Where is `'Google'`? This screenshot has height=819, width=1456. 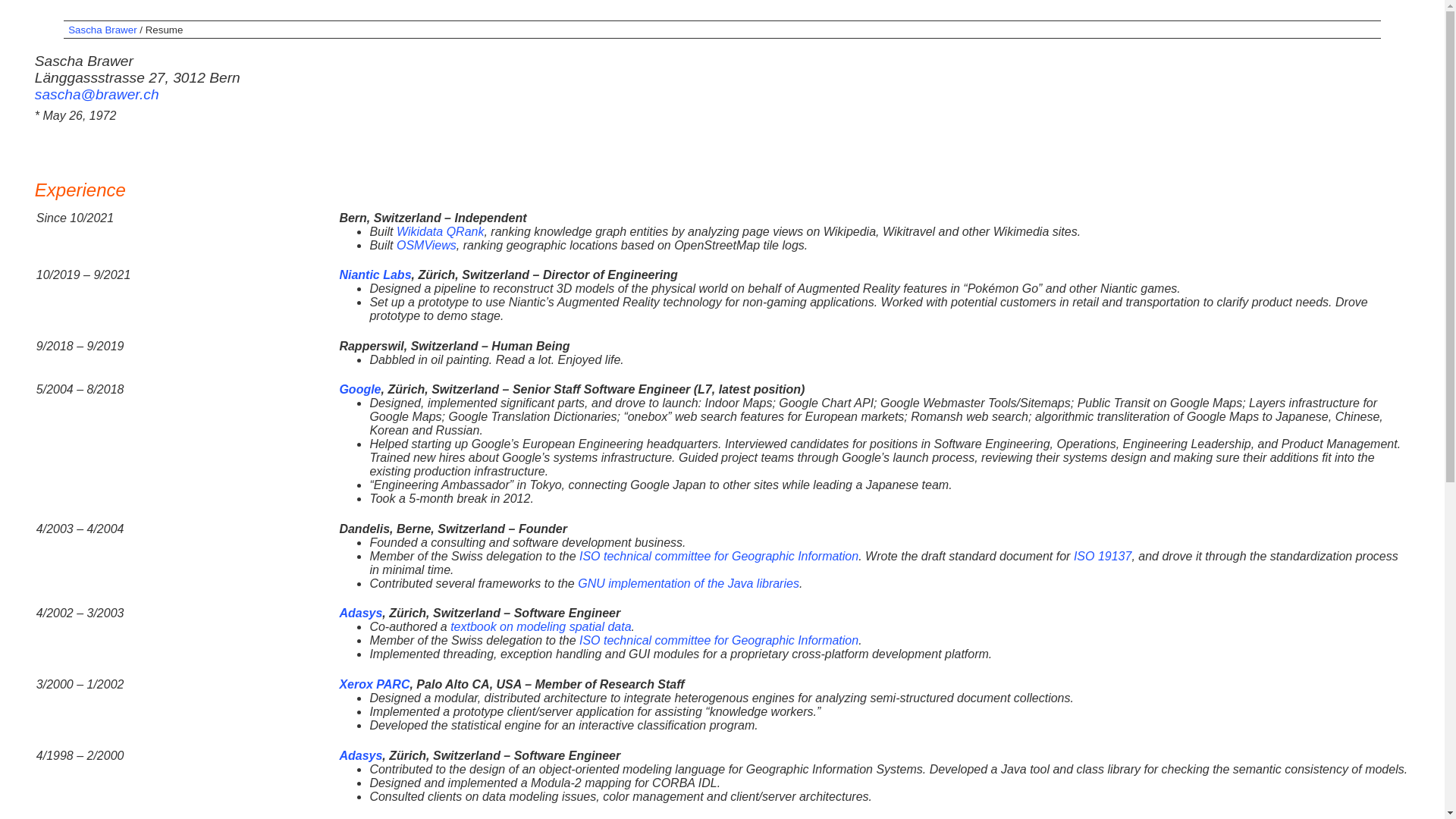
'Google' is located at coordinates (337, 388).